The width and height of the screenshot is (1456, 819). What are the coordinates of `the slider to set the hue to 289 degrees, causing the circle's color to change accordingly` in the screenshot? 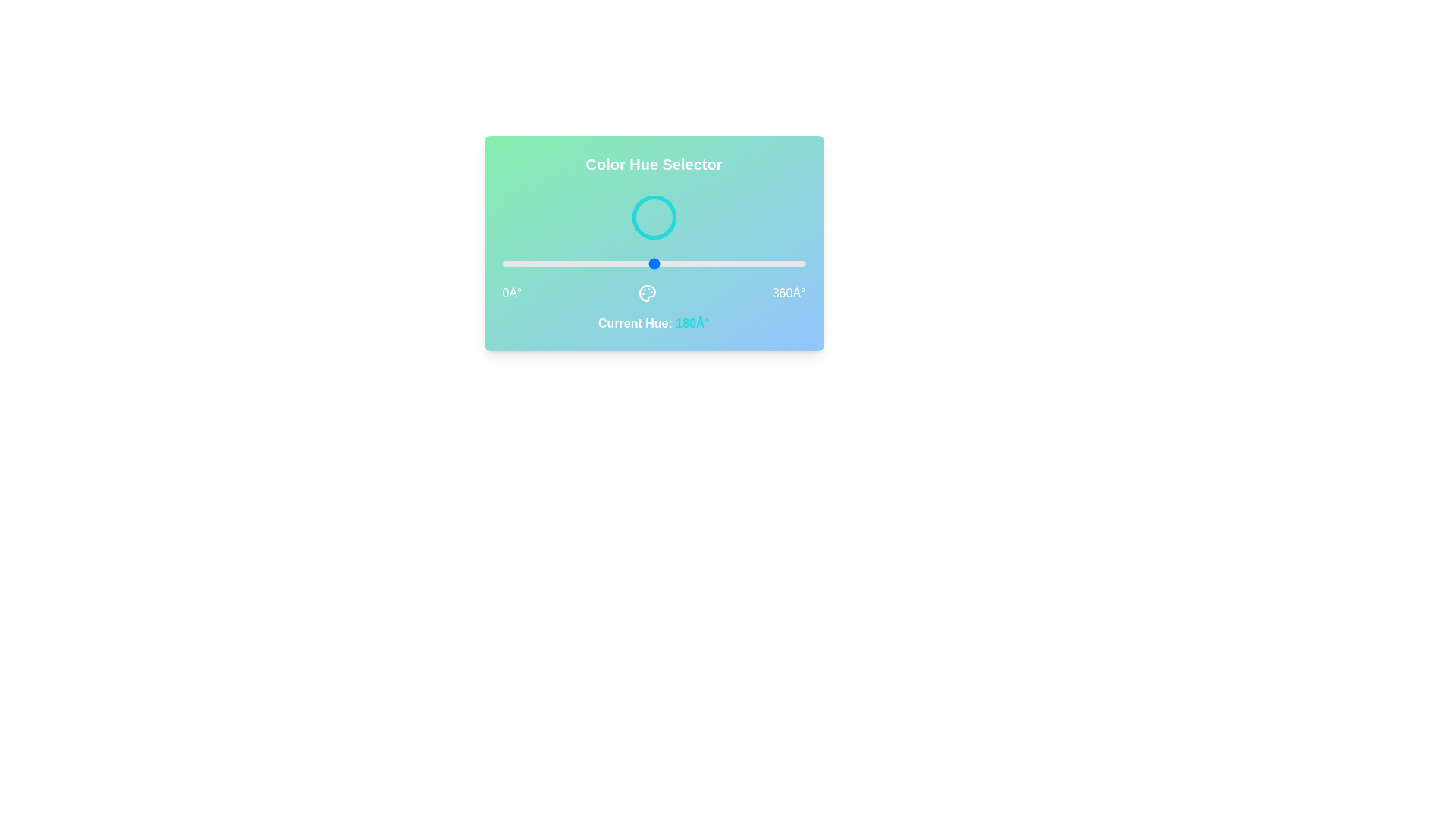 It's located at (745, 262).